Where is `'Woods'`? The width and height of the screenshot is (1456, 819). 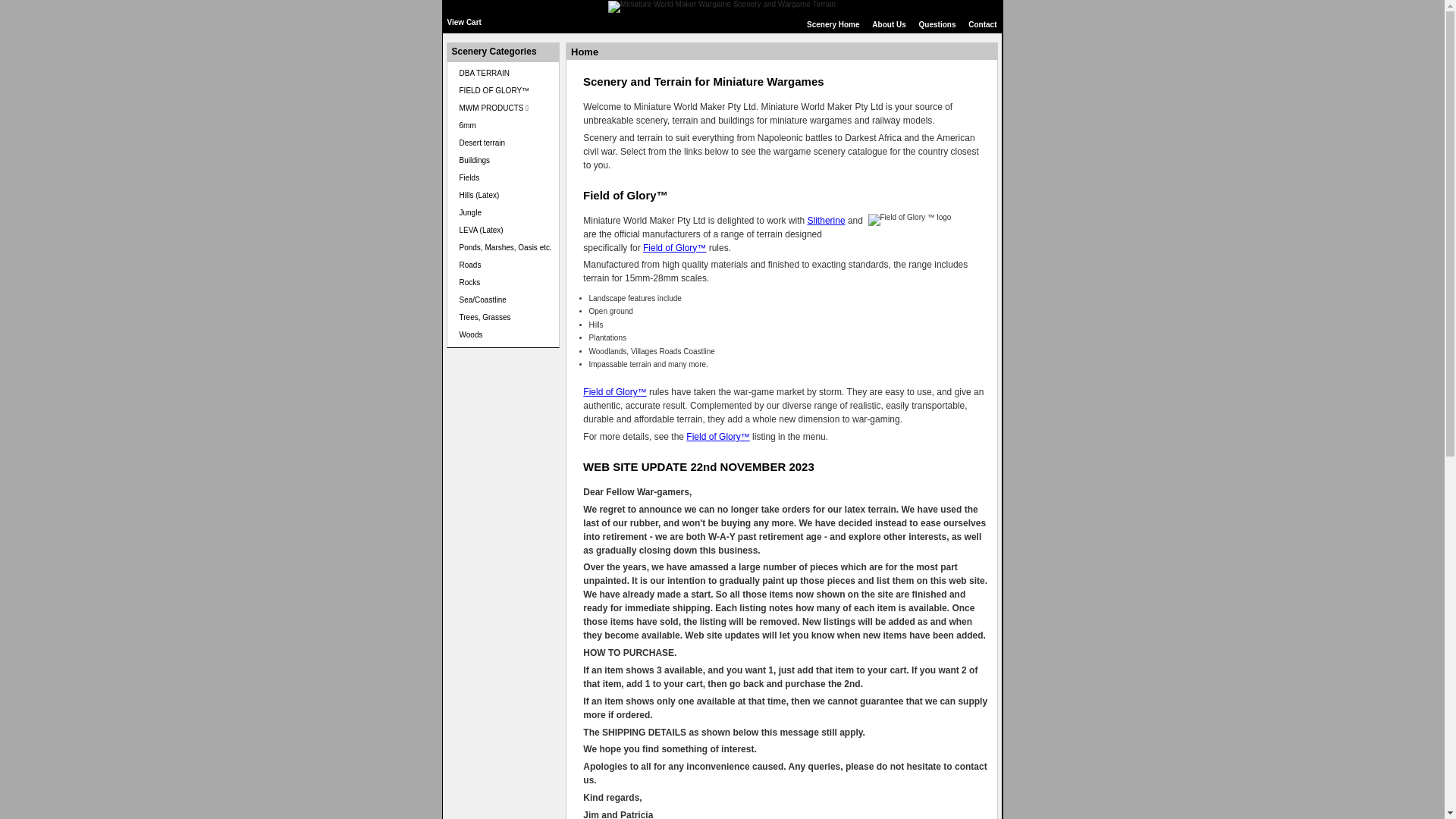 'Woods' is located at coordinates (470, 334).